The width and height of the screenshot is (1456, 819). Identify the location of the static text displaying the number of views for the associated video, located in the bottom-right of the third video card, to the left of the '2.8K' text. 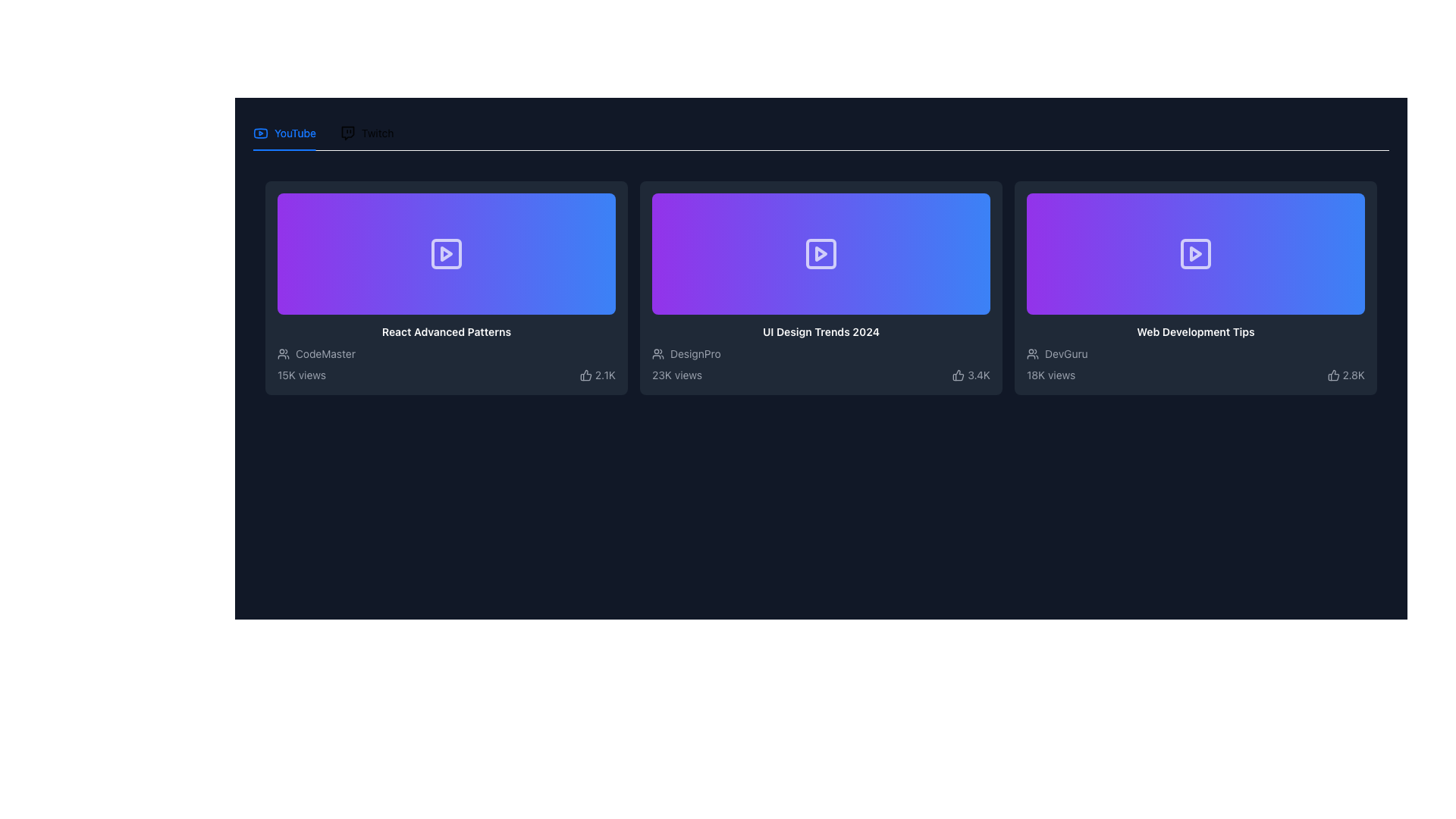
(1050, 375).